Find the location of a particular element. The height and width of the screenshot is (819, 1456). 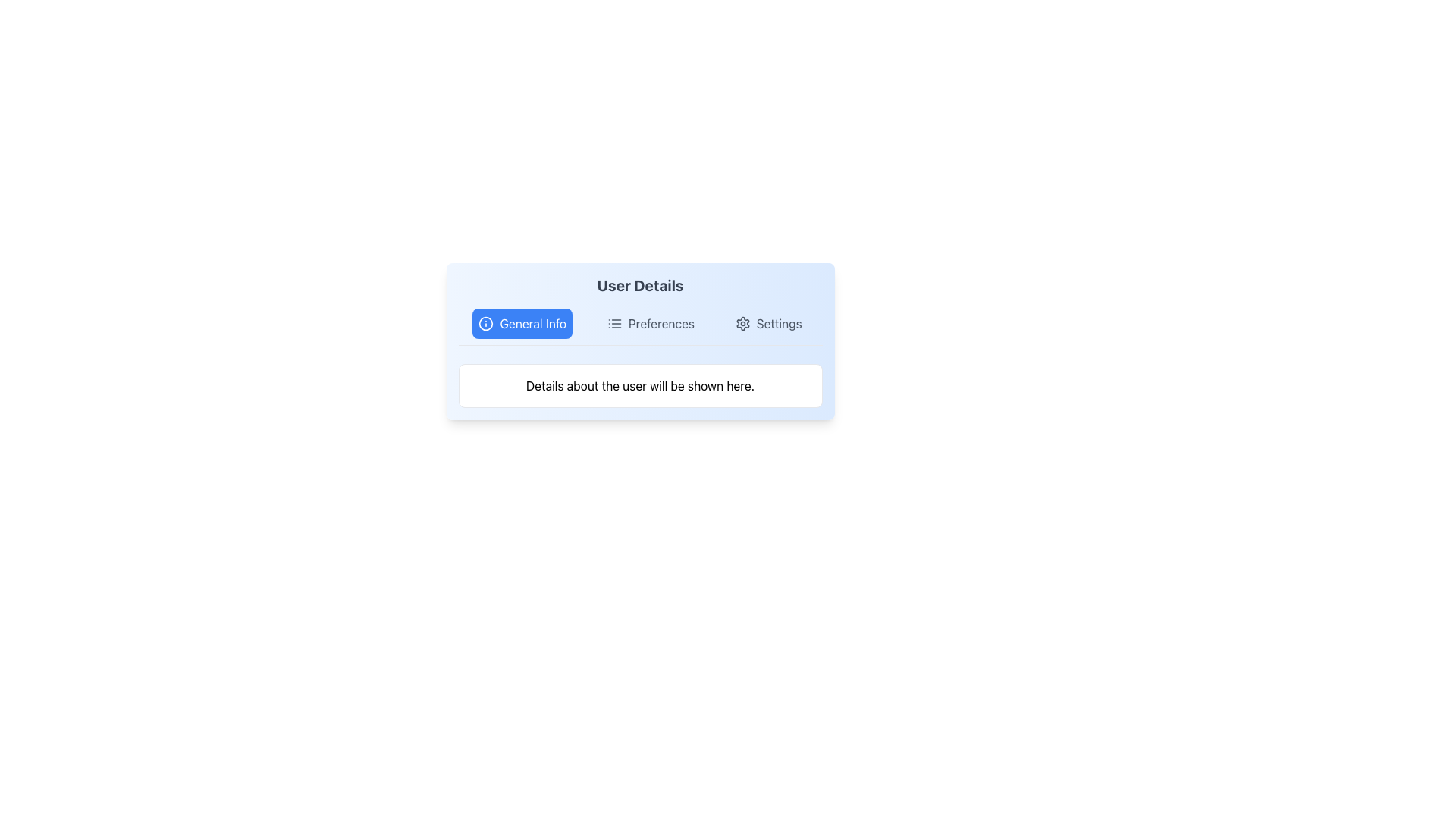

the 'Settings' button that contains the gear-shaped icon, which is part of the navigation bar below the 'User Details' header is located at coordinates (742, 323).